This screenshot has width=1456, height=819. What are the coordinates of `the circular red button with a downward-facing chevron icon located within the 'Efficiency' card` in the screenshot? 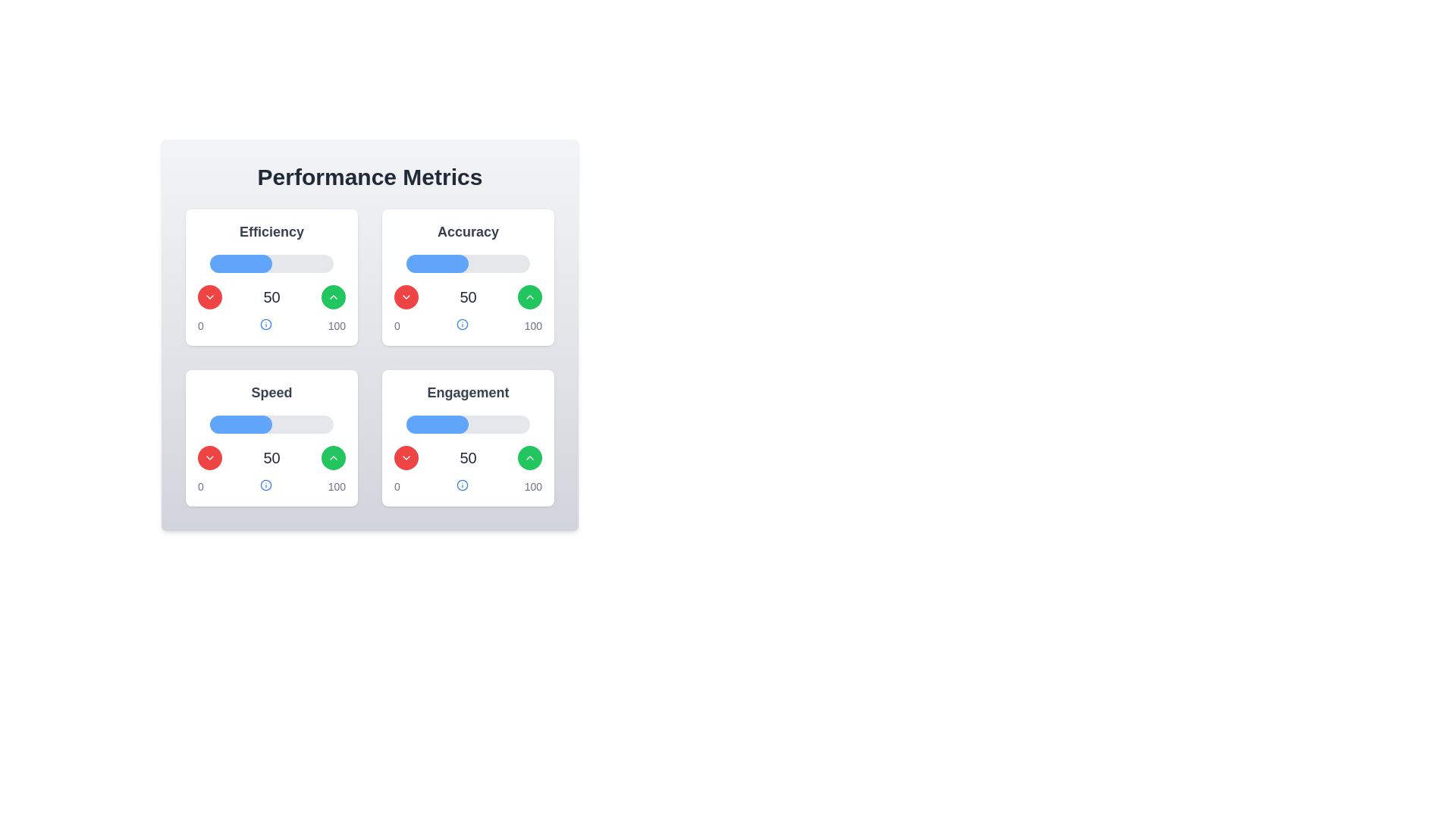 It's located at (209, 297).